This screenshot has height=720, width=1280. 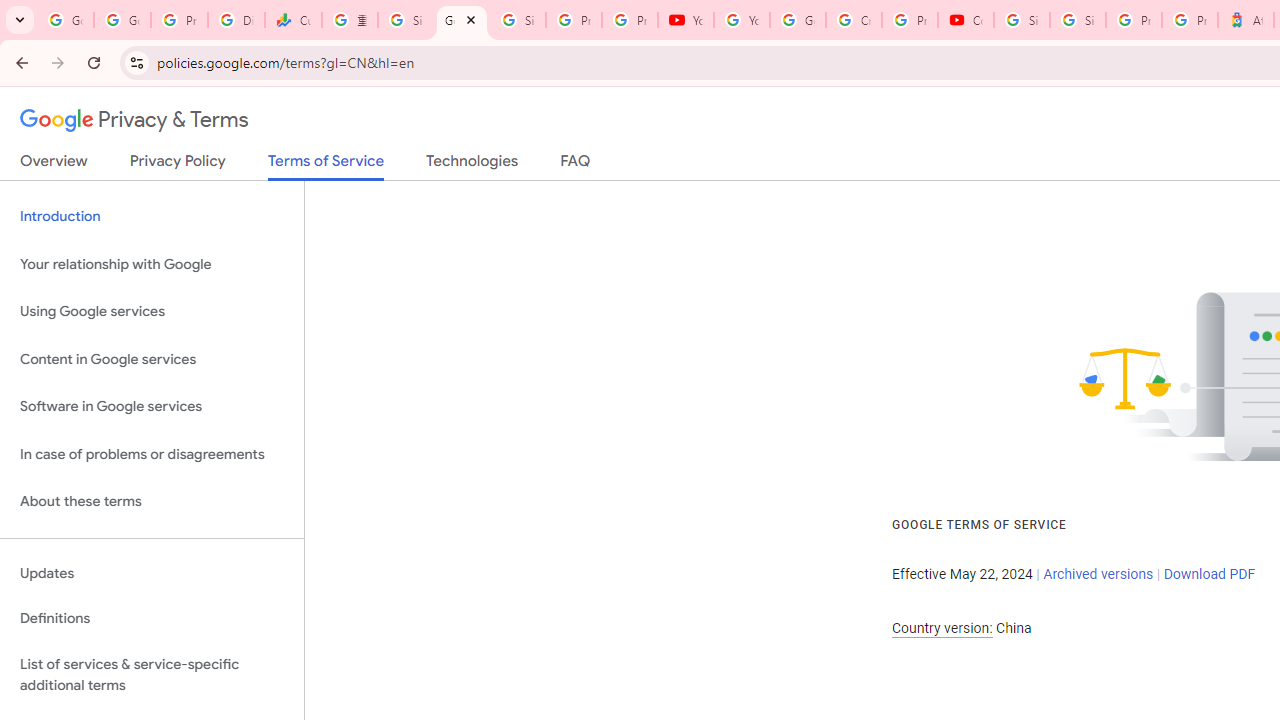 What do you see at coordinates (151, 454) in the screenshot?
I see `'In case of problems or disagreements'` at bounding box center [151, 454].